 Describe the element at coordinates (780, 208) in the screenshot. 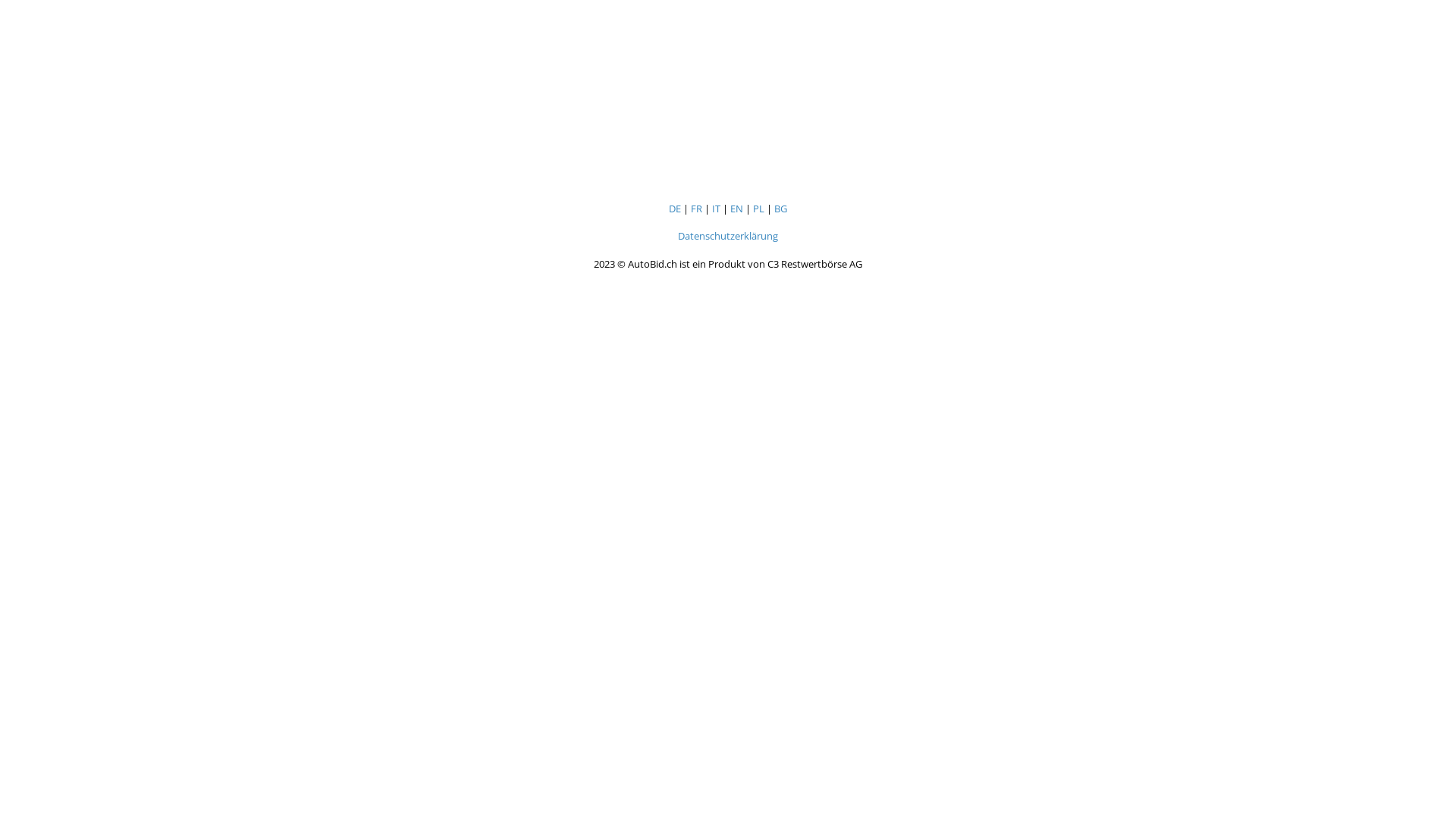

I see `'BG'` at that location.